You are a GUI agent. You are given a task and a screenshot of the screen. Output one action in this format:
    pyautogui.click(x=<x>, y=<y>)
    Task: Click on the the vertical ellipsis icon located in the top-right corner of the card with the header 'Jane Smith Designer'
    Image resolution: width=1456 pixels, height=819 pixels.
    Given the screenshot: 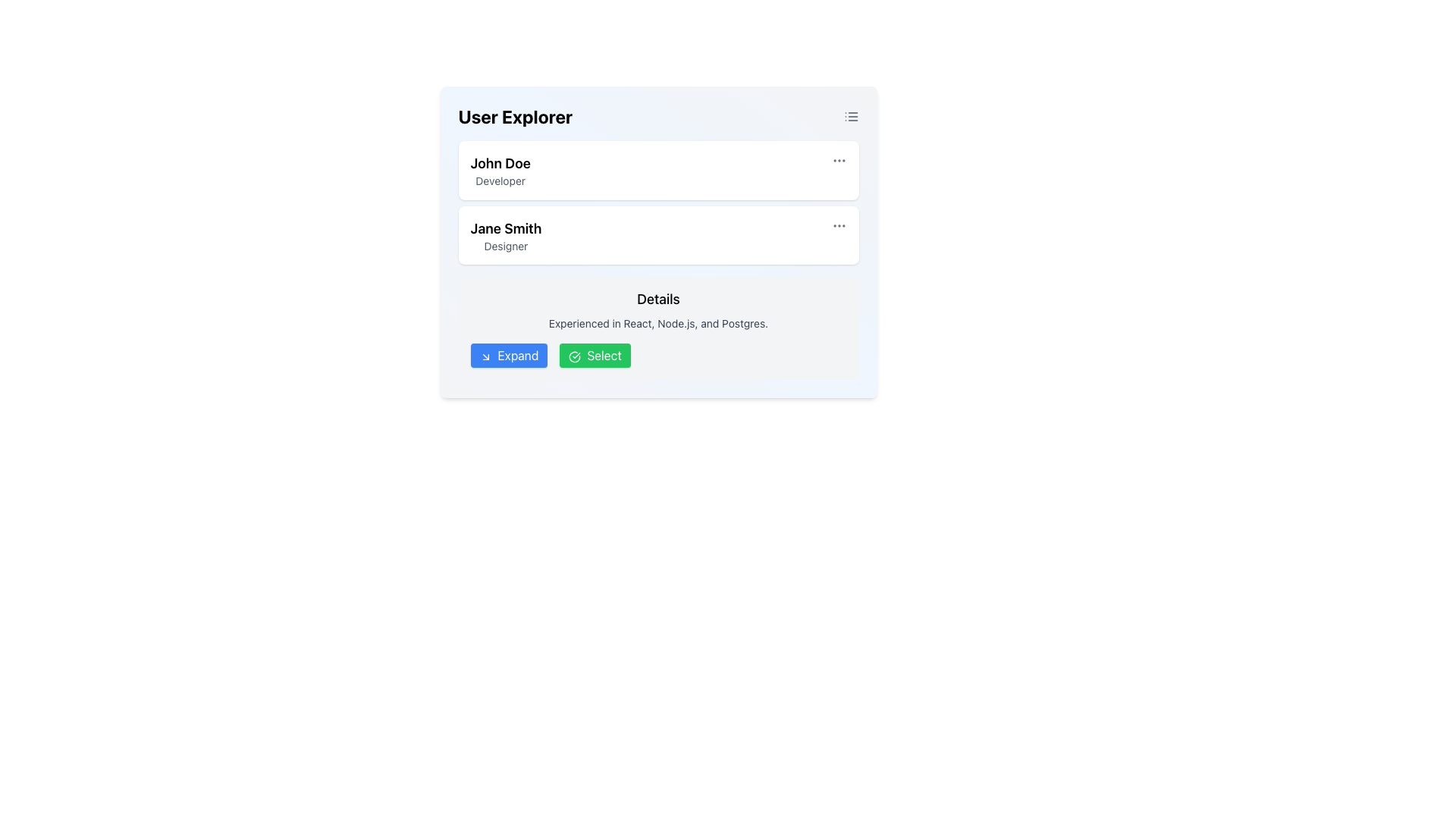 What is the action you would take?
    pyautogui.click(x=838, y=225)
    